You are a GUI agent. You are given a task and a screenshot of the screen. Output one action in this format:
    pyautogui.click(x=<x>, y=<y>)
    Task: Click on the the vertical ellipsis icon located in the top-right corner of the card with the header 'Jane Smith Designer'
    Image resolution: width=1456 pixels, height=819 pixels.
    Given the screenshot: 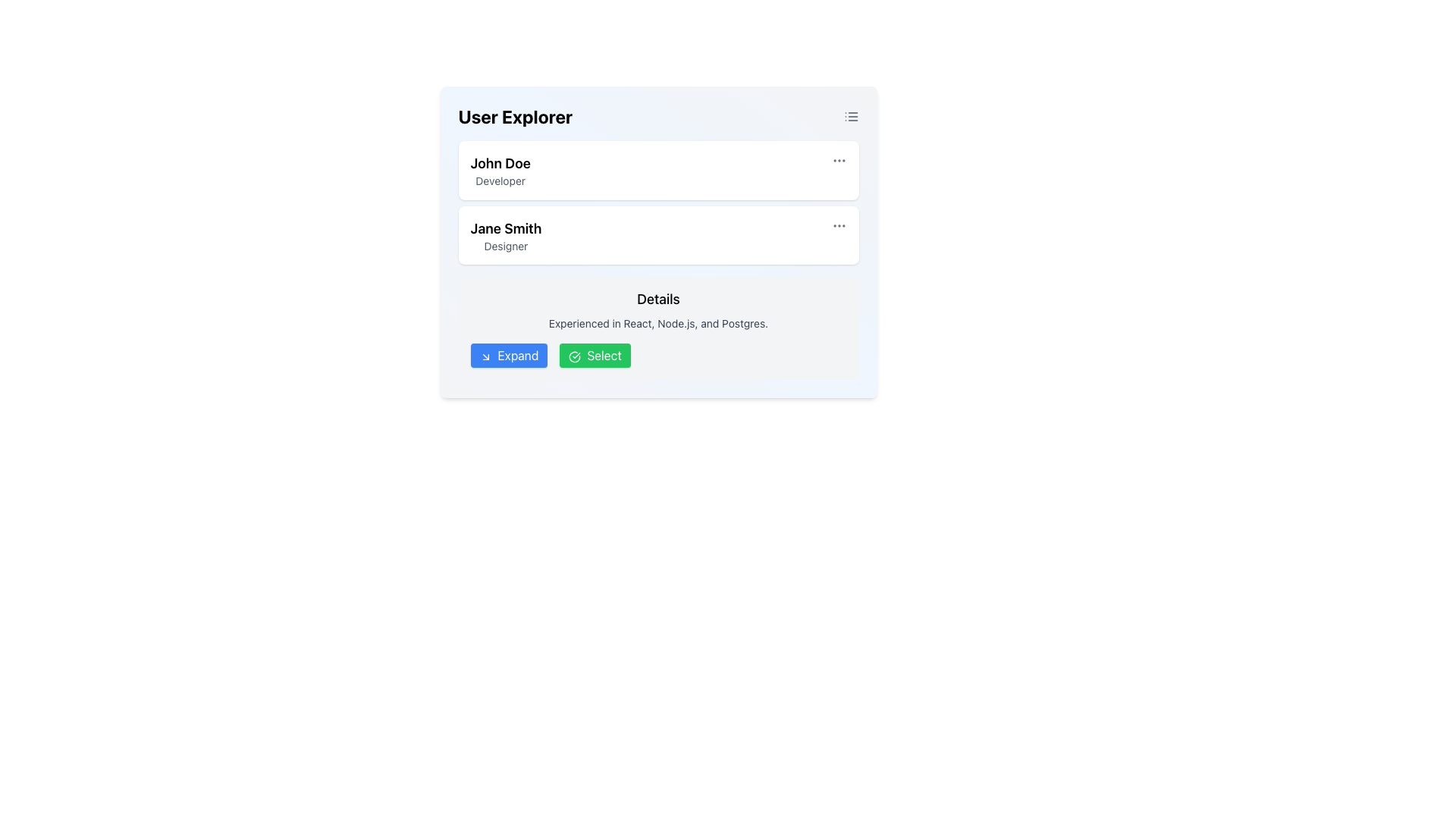 What is the action you would take?
    pyautogui.click(x=838, y=225)
    